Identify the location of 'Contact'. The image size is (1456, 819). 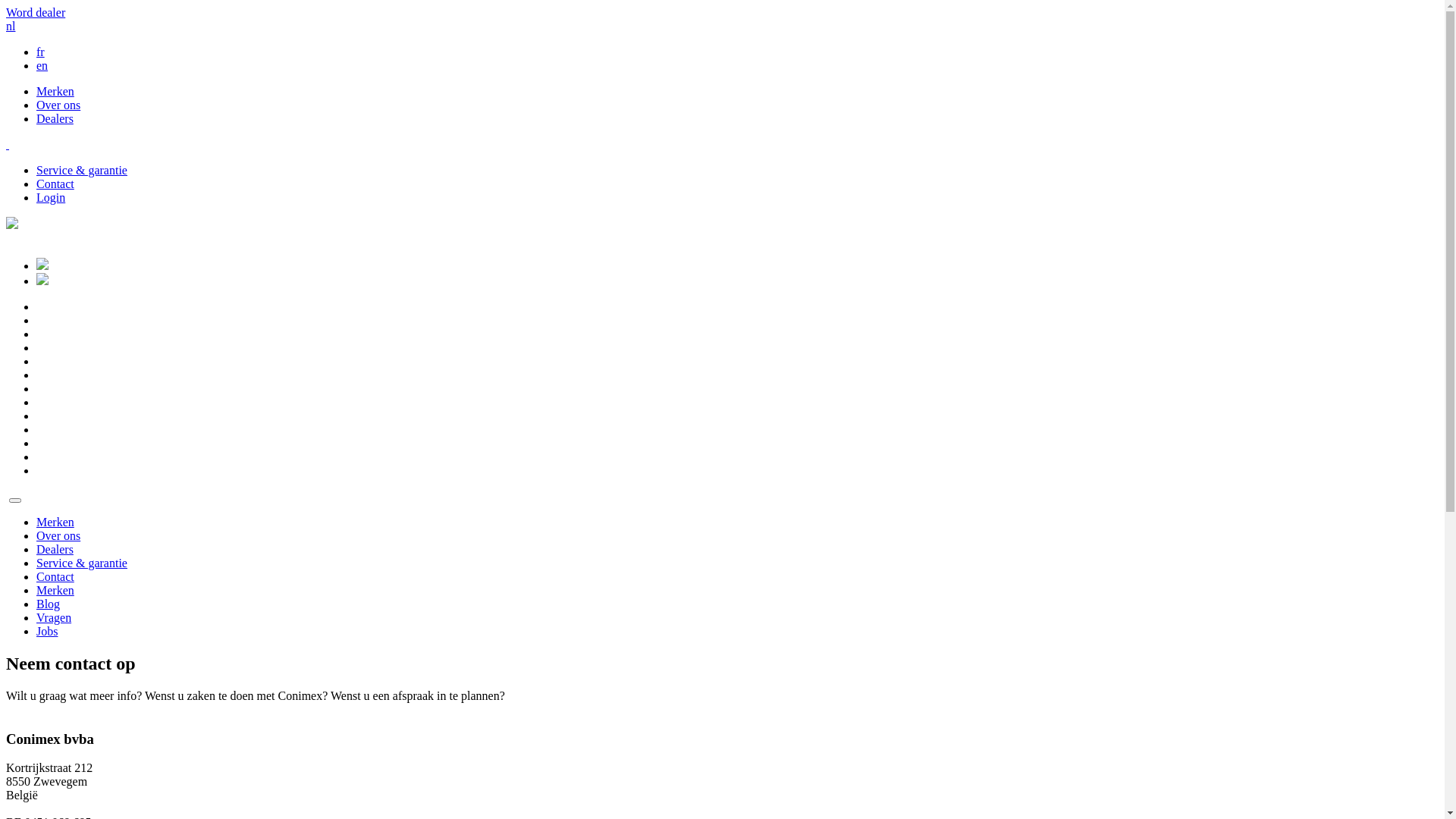
(55, 576).